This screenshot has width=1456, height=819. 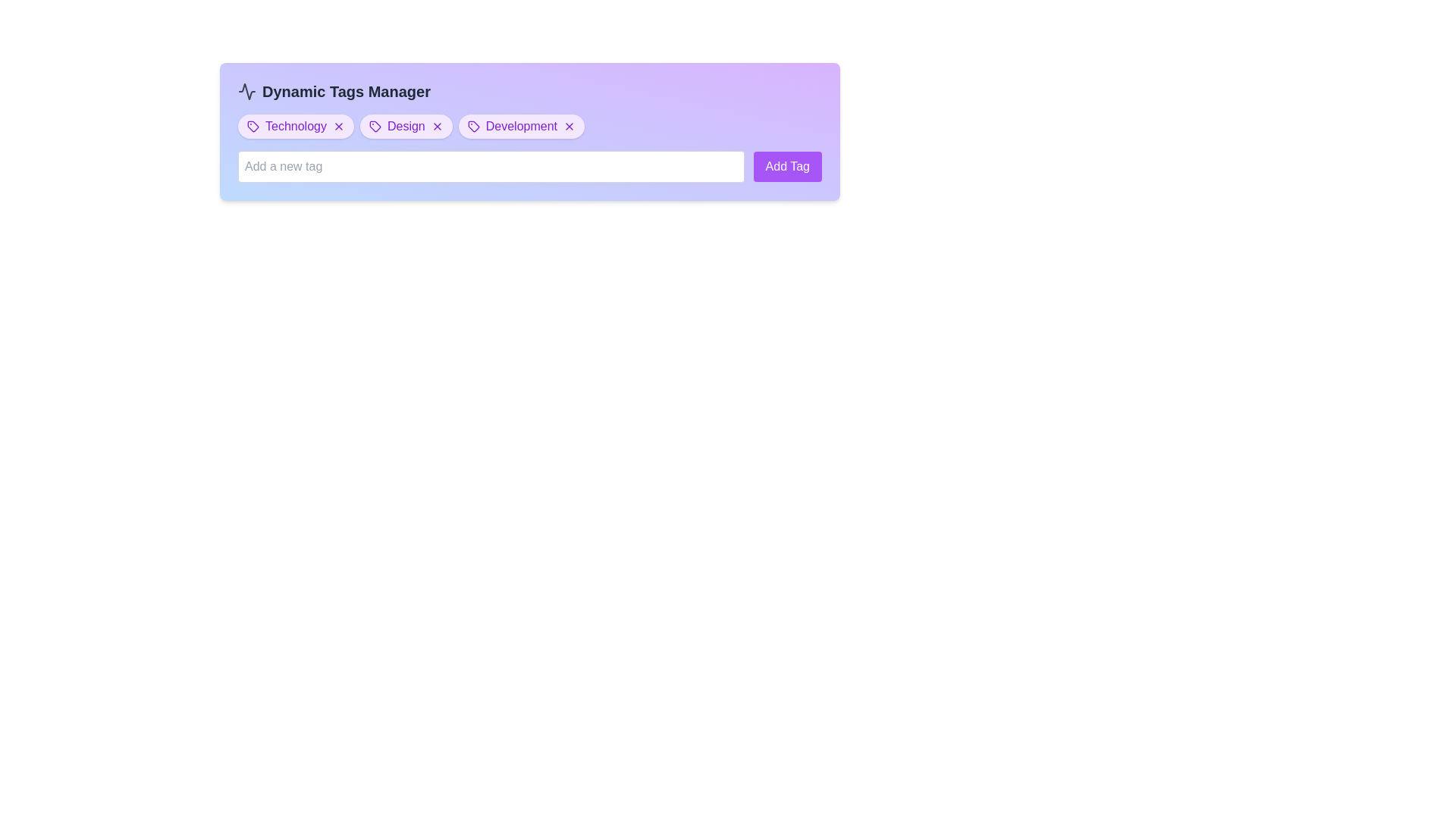 What do you see at coordinates (569, 125) in the screenshot?
I see `the 'X' icon button with a thin purple outline, located to the right of the 'Development' tag` at bounding box center [569, 125].